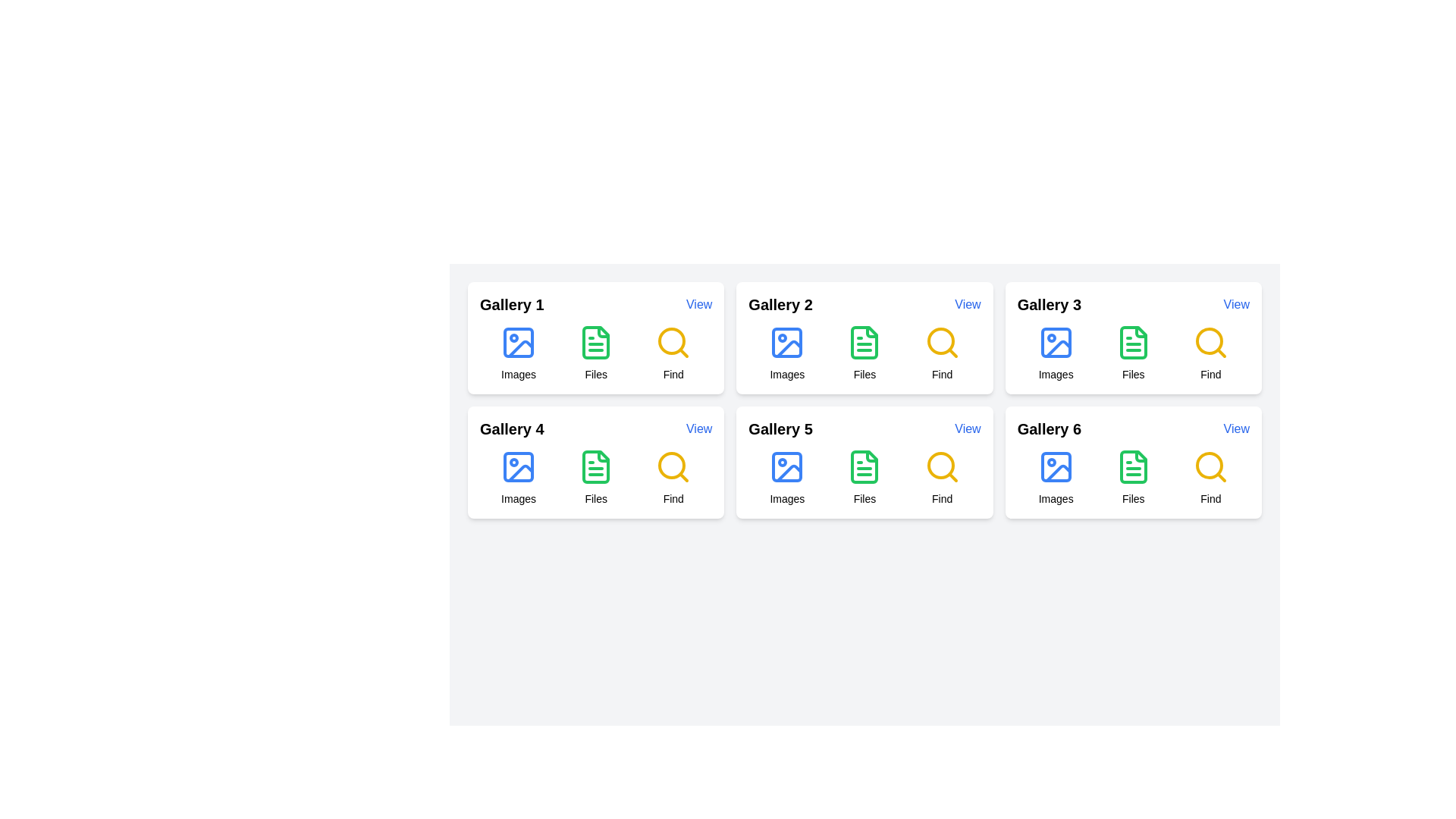 This screenshot has height=819, width=1456. I want to click on the decorative graphical vector shape located in the lower portion of the image icon within the first item of the second row of gallery cards in 'Gallery 5', so click(789, 472).